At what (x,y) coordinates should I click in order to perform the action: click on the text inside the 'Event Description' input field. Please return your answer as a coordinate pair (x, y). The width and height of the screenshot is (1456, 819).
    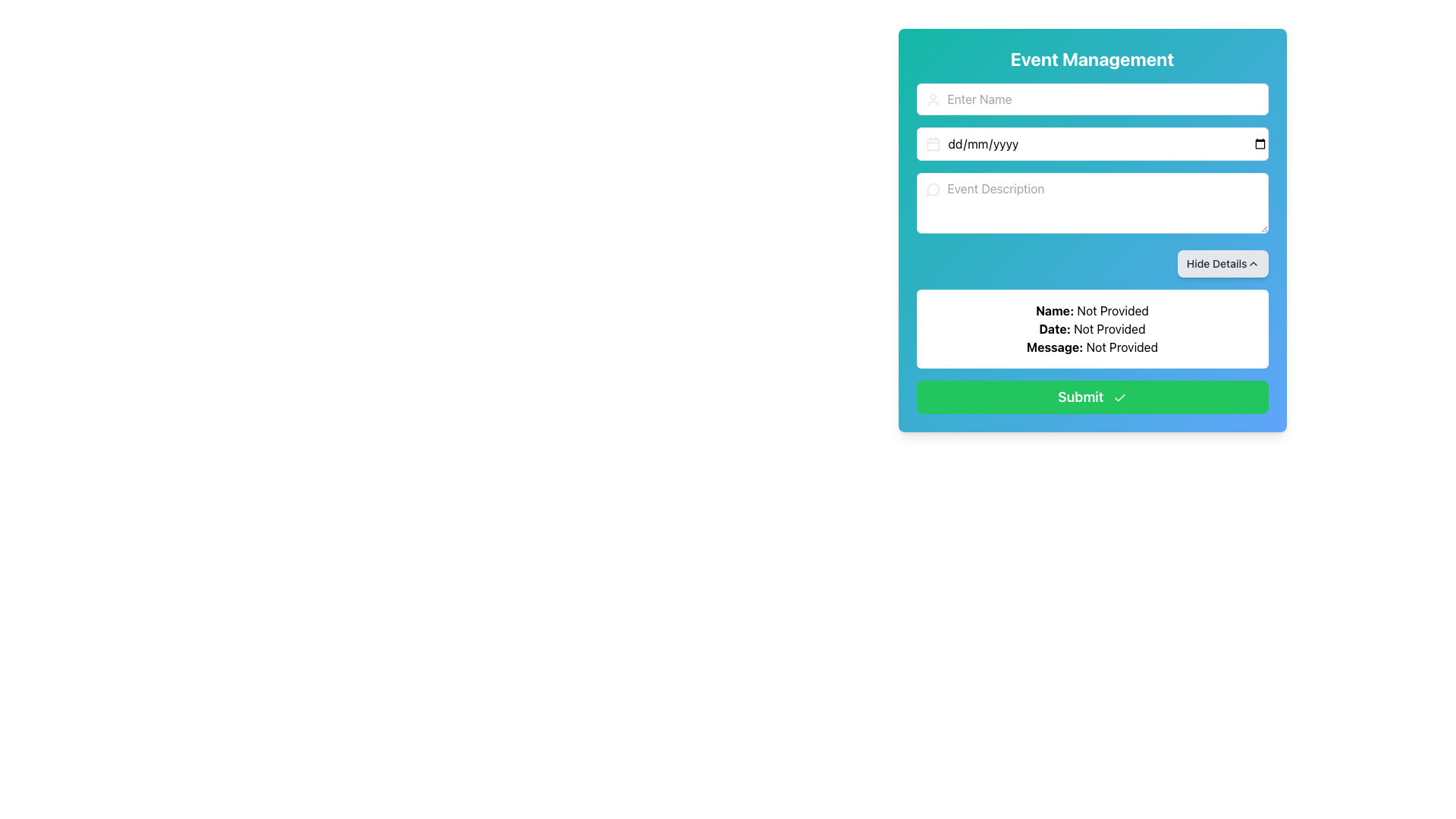
    Looking at the image, I should click on (1092, 205).